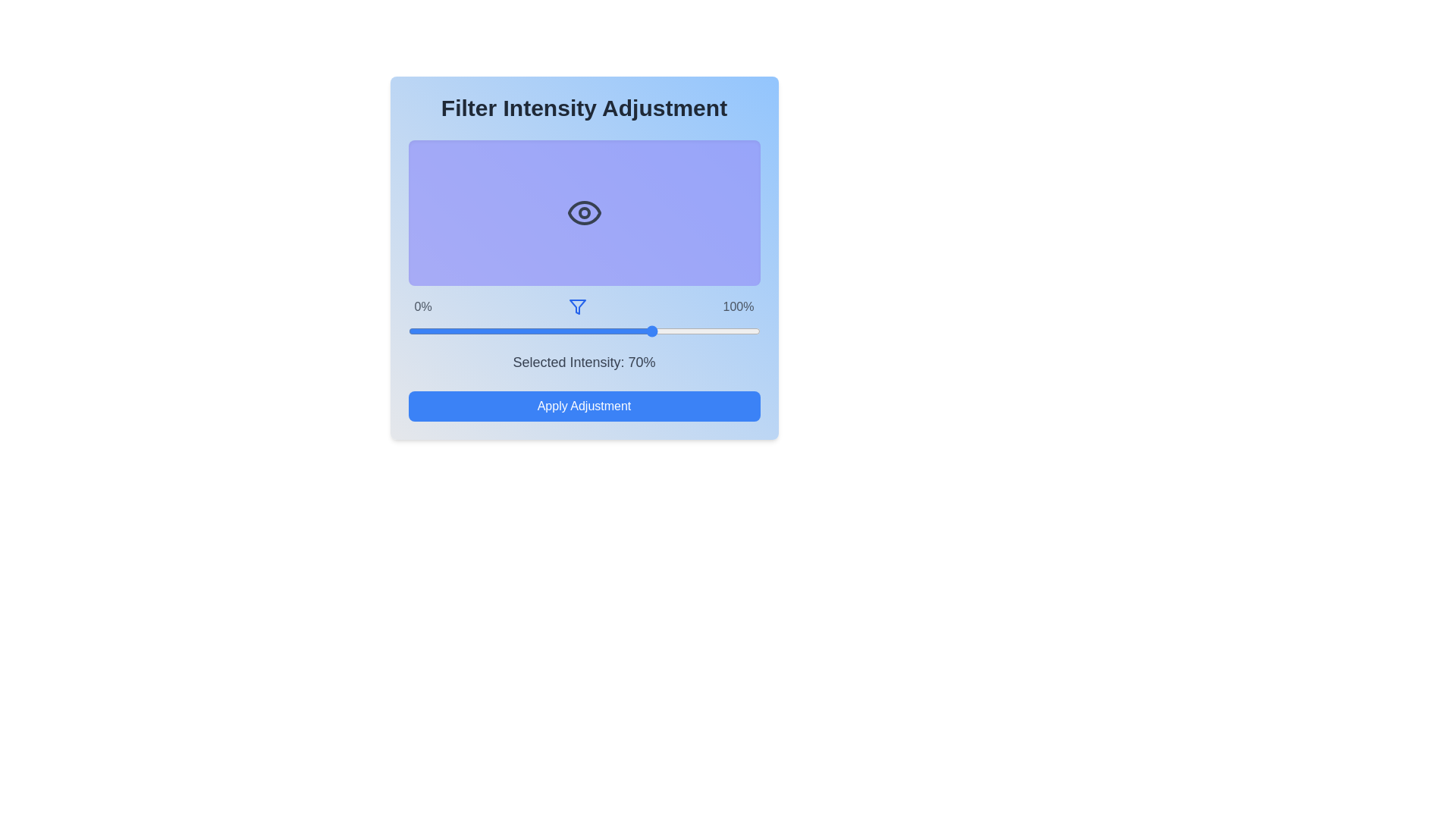  I want to click on the filter intensity to 92% using the slider, so click(732, 330).